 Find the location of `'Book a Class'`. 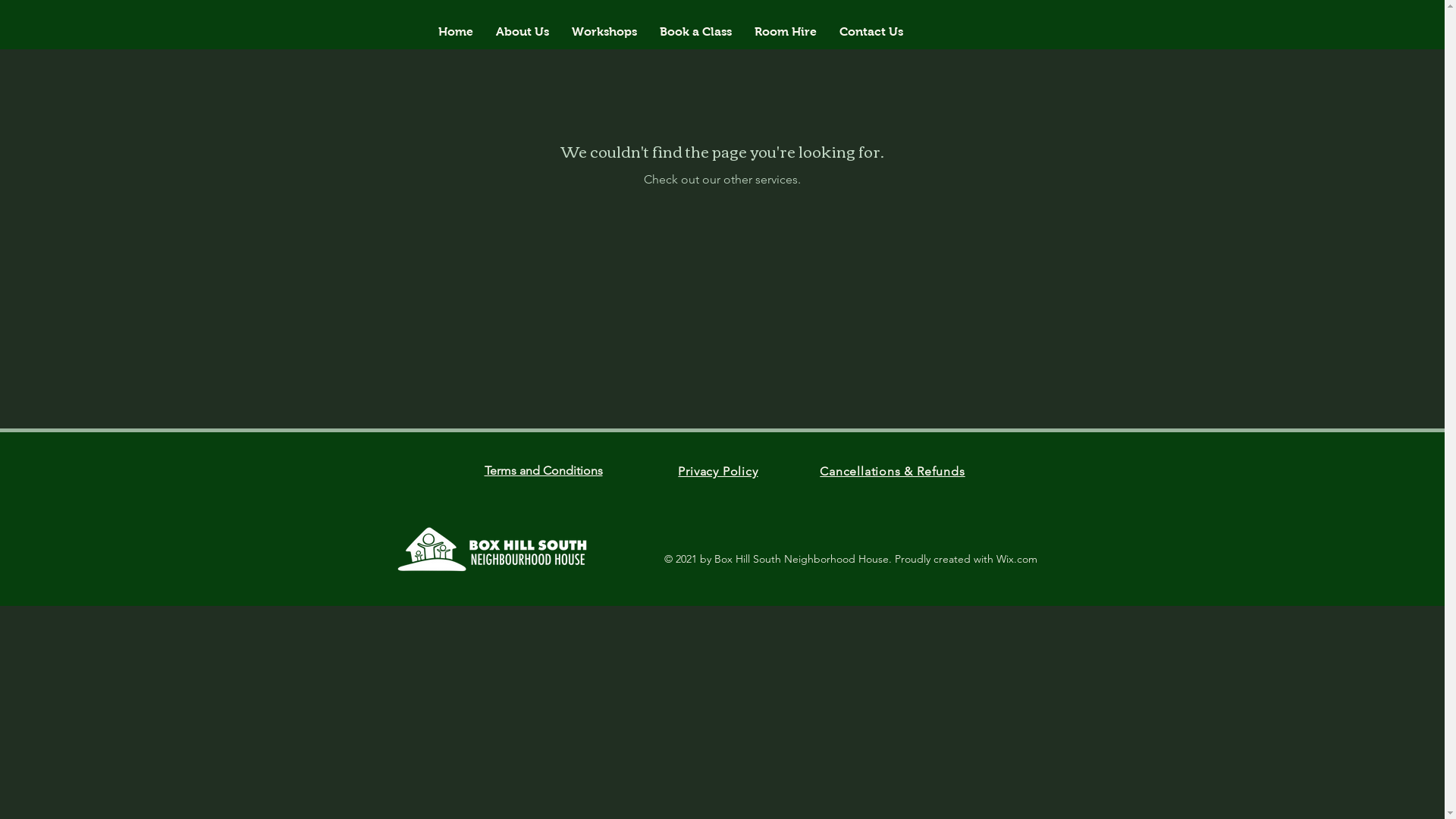

'Book a Class' is located at coordinates (695, 32).